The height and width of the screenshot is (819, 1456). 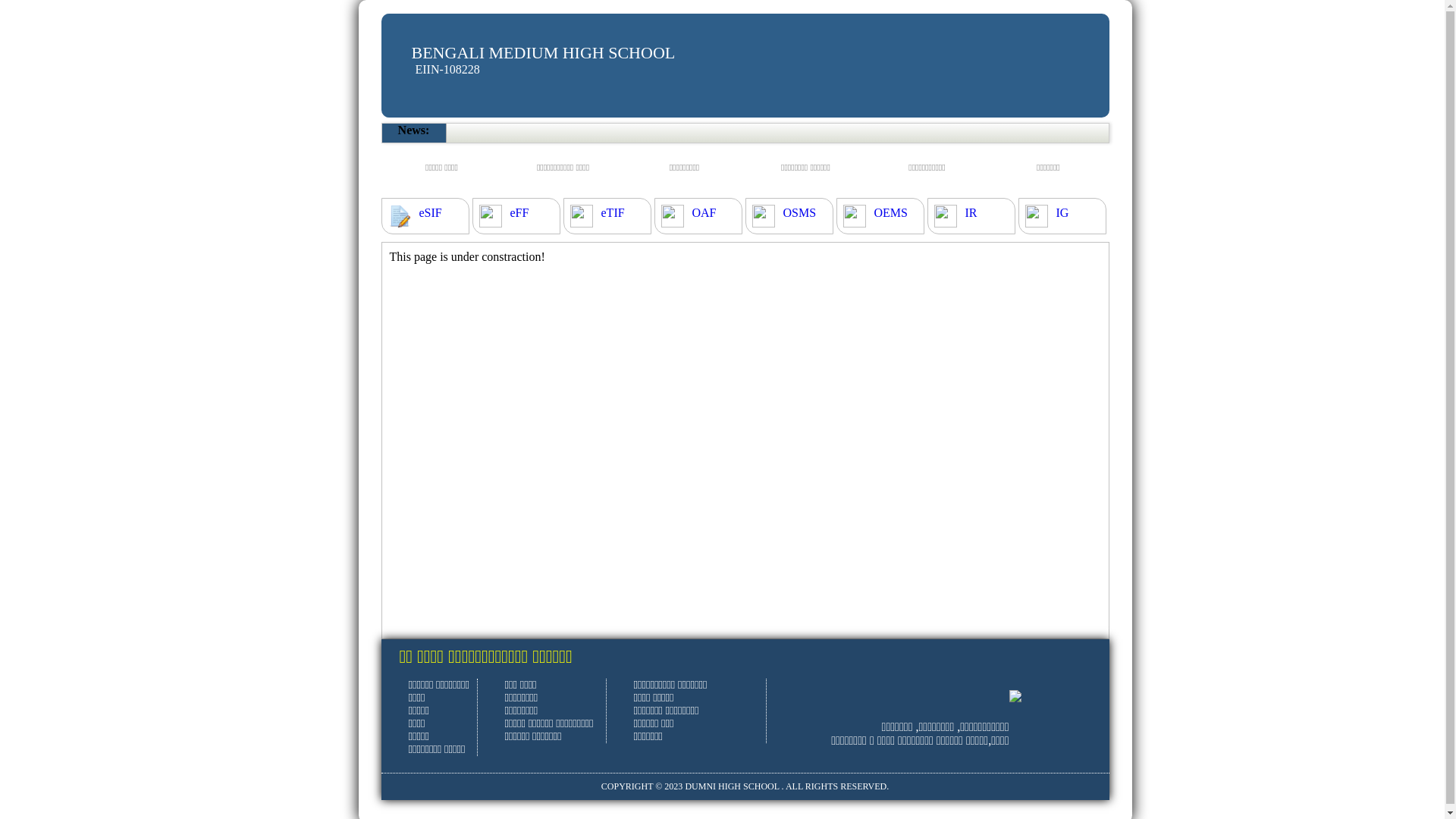 I want to click on 'eTIF', so click(x=612, y=213).